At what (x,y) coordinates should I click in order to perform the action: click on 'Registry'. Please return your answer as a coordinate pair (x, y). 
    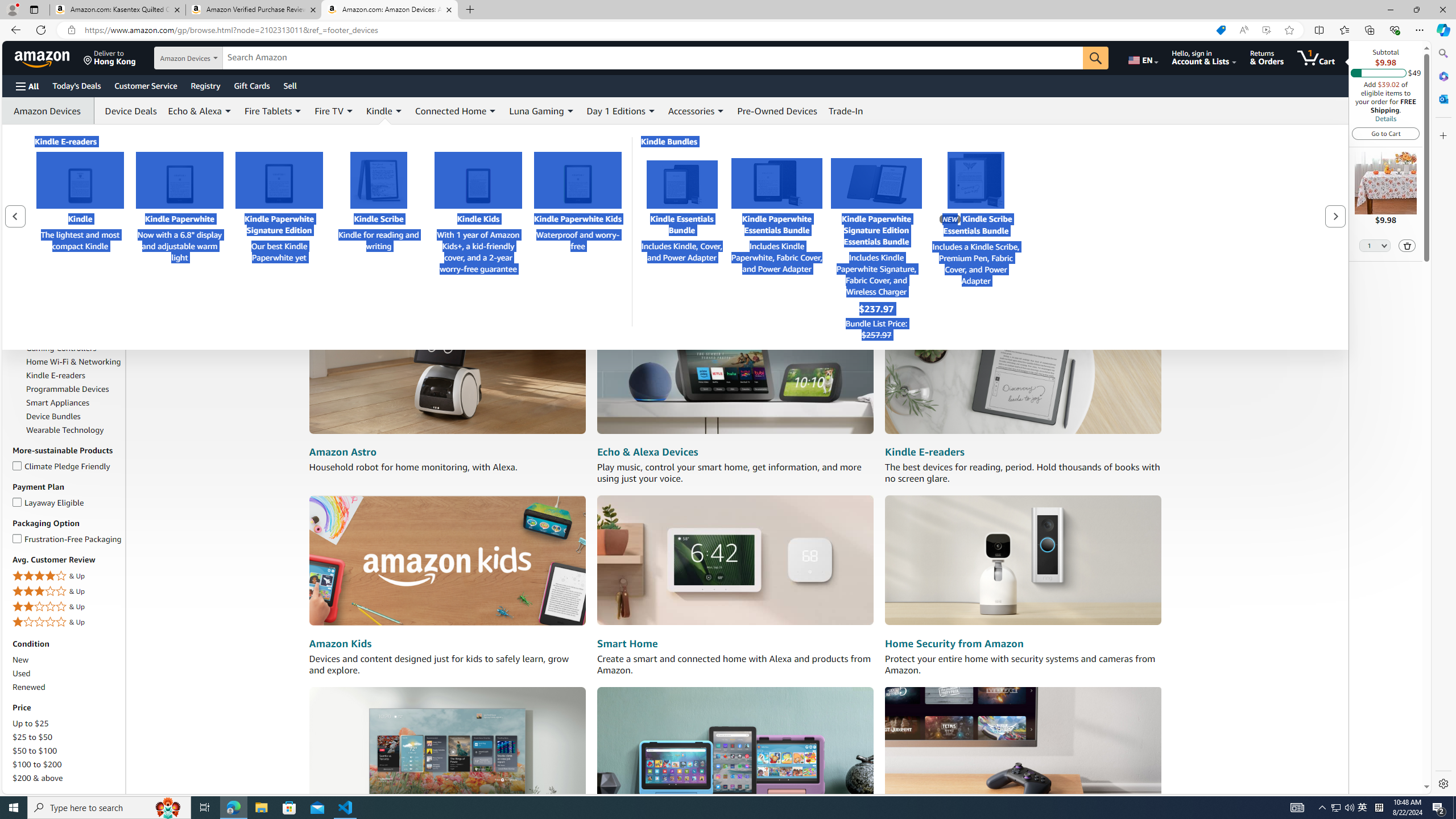
    Looking at the image, I should click on (204, 85).